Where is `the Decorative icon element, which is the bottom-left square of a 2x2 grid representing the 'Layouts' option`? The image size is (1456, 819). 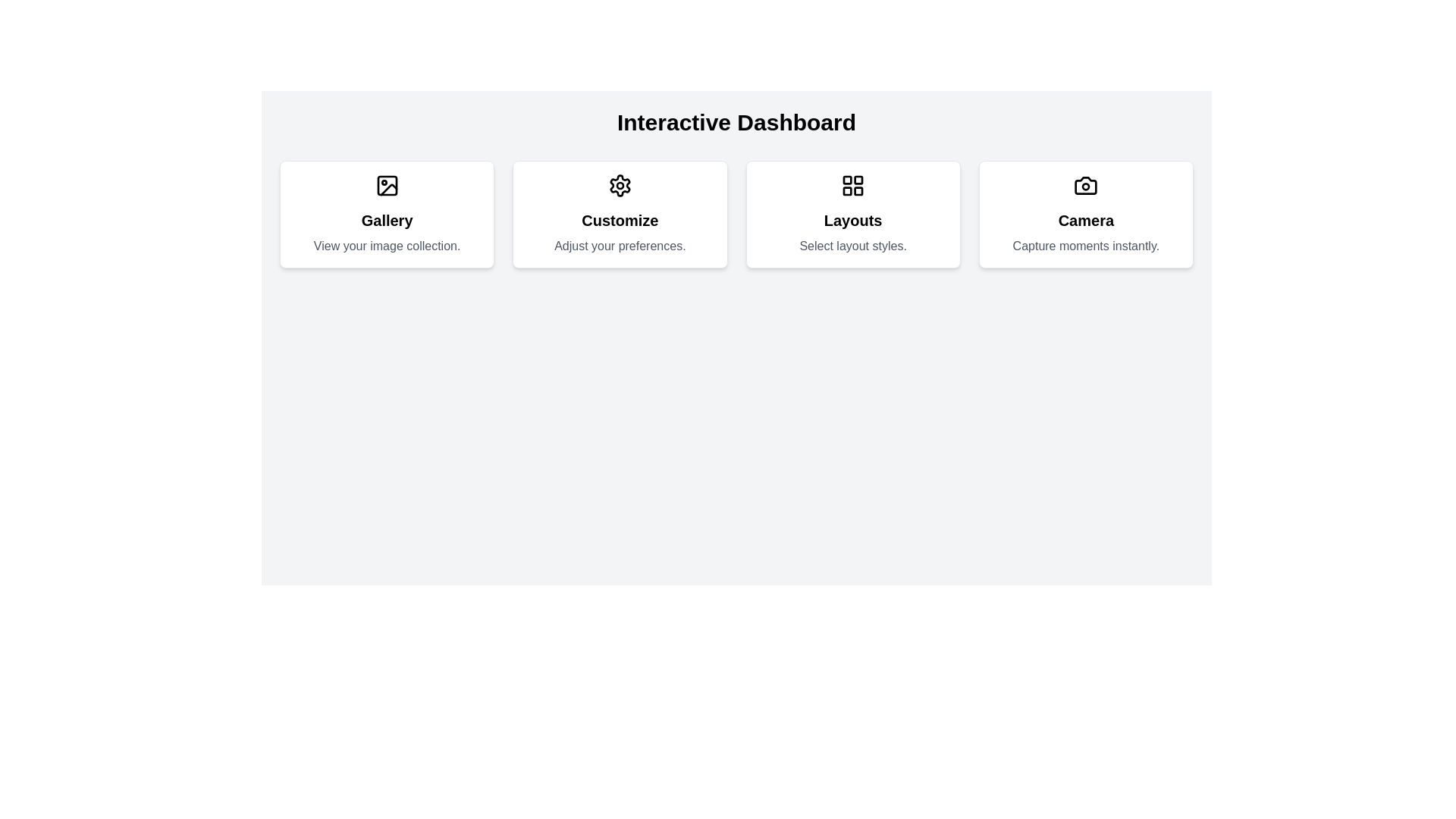
the Decorative icon element, which is the bottom-left square of a 2x2 grid representing the 'Layouts' option is located at coordinates (846, 190).